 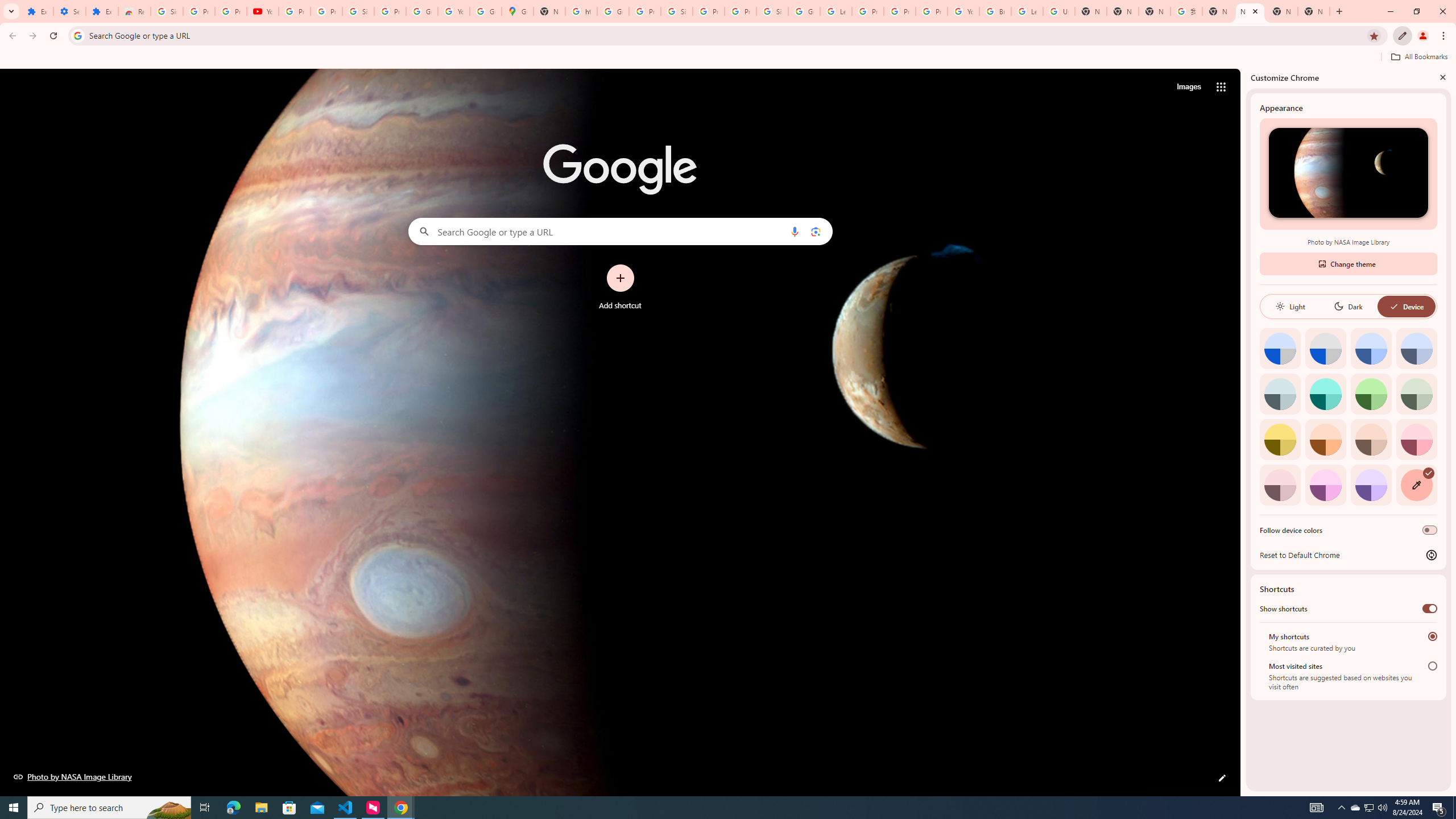 What do you see at coordinates (1243, 431) in the screenshot?
I see `'Side Panel Resize Handle'` at bounding box center [1243, 431].